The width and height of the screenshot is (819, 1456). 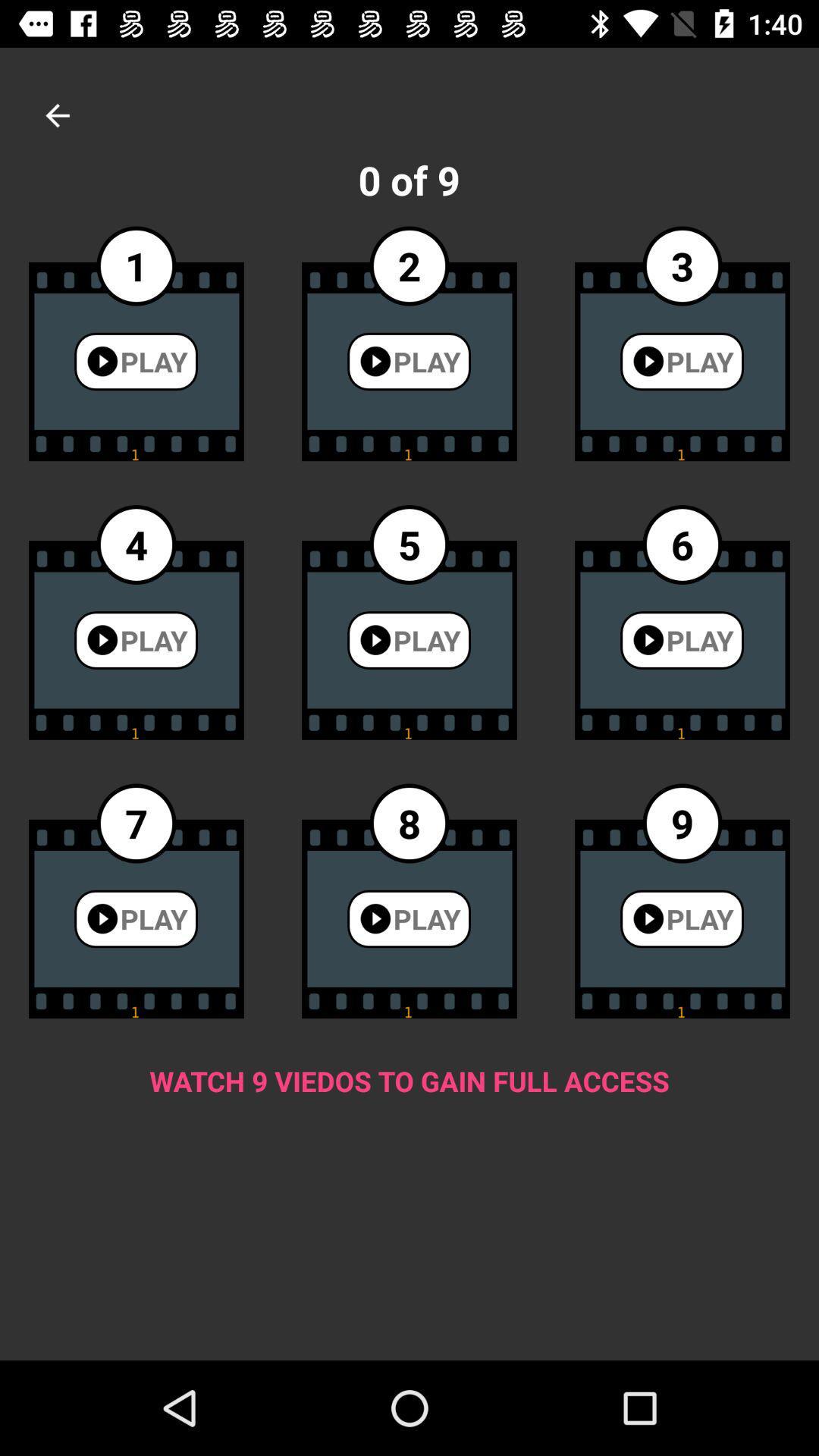 What do you see at coordinates (57, 115) in the screenshot?
I see `icon above the 1 item` at bounding box center [57, 115].